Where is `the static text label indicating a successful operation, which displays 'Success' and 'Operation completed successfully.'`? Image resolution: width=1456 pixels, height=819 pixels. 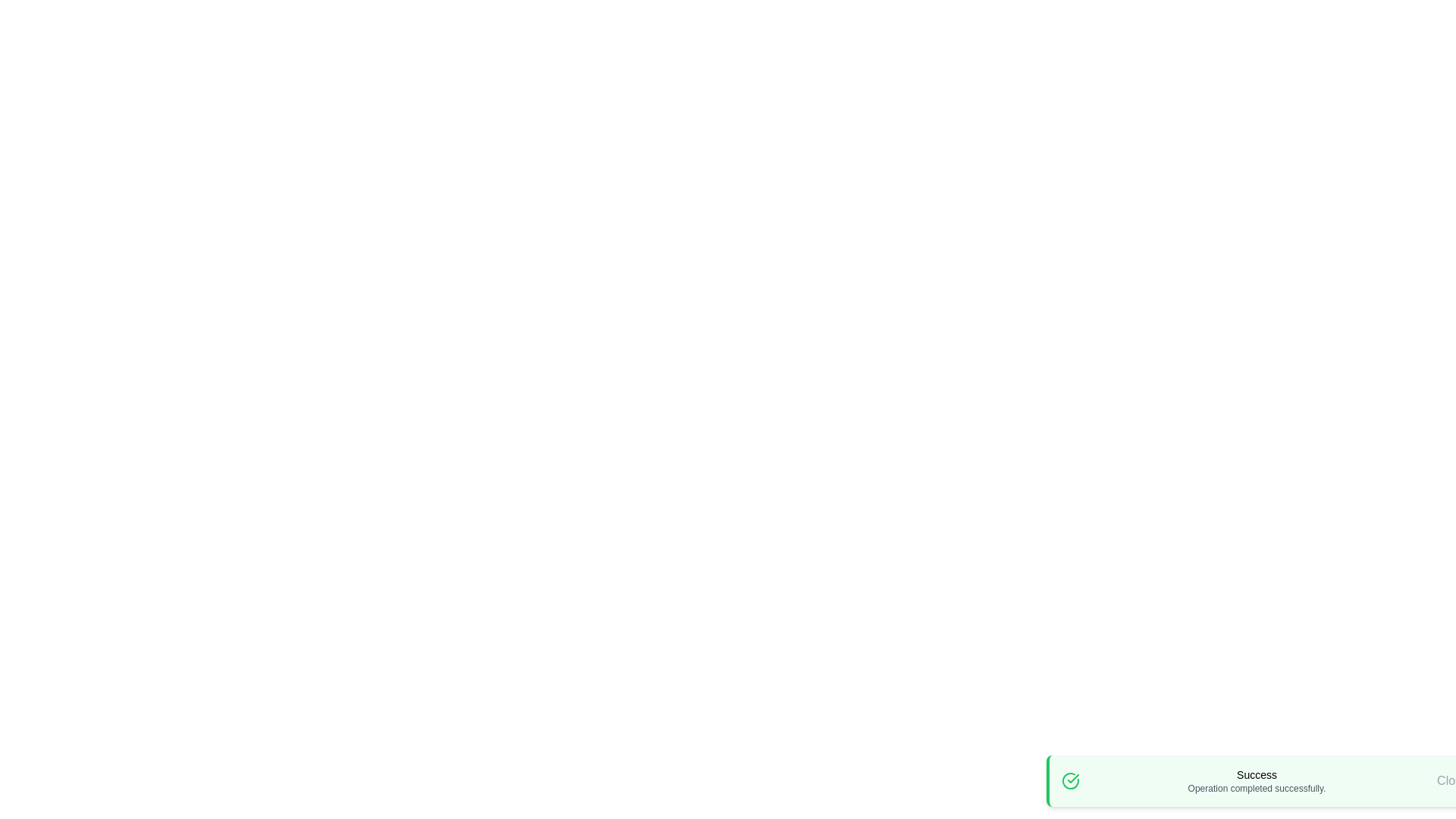
the static text label indicating a successful operation, which displays 'Success' and 'Operation completed successfully.' is located at coordinates (1257, 775).